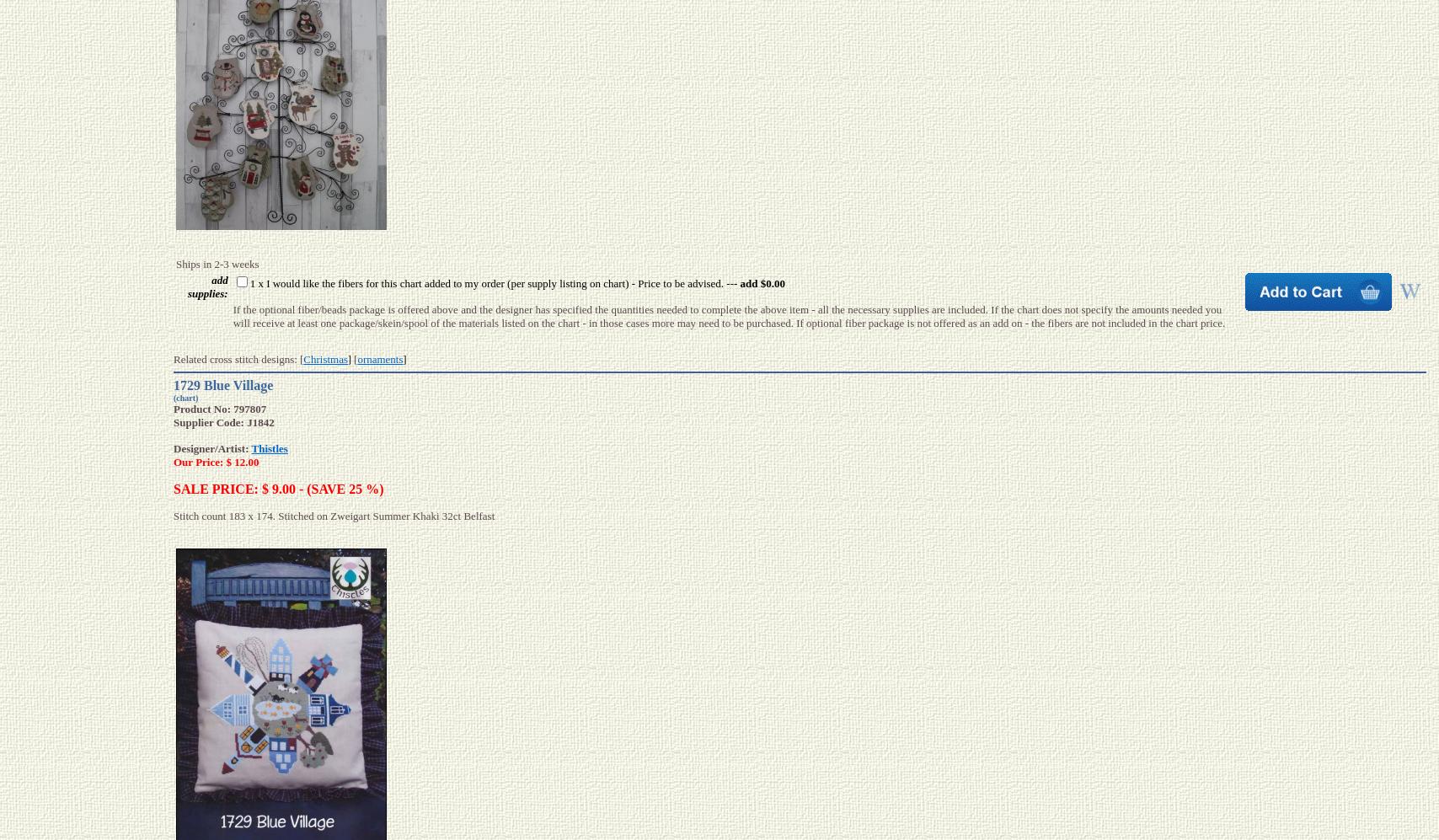  I want to click on 'Thistles', so click(269, 447).